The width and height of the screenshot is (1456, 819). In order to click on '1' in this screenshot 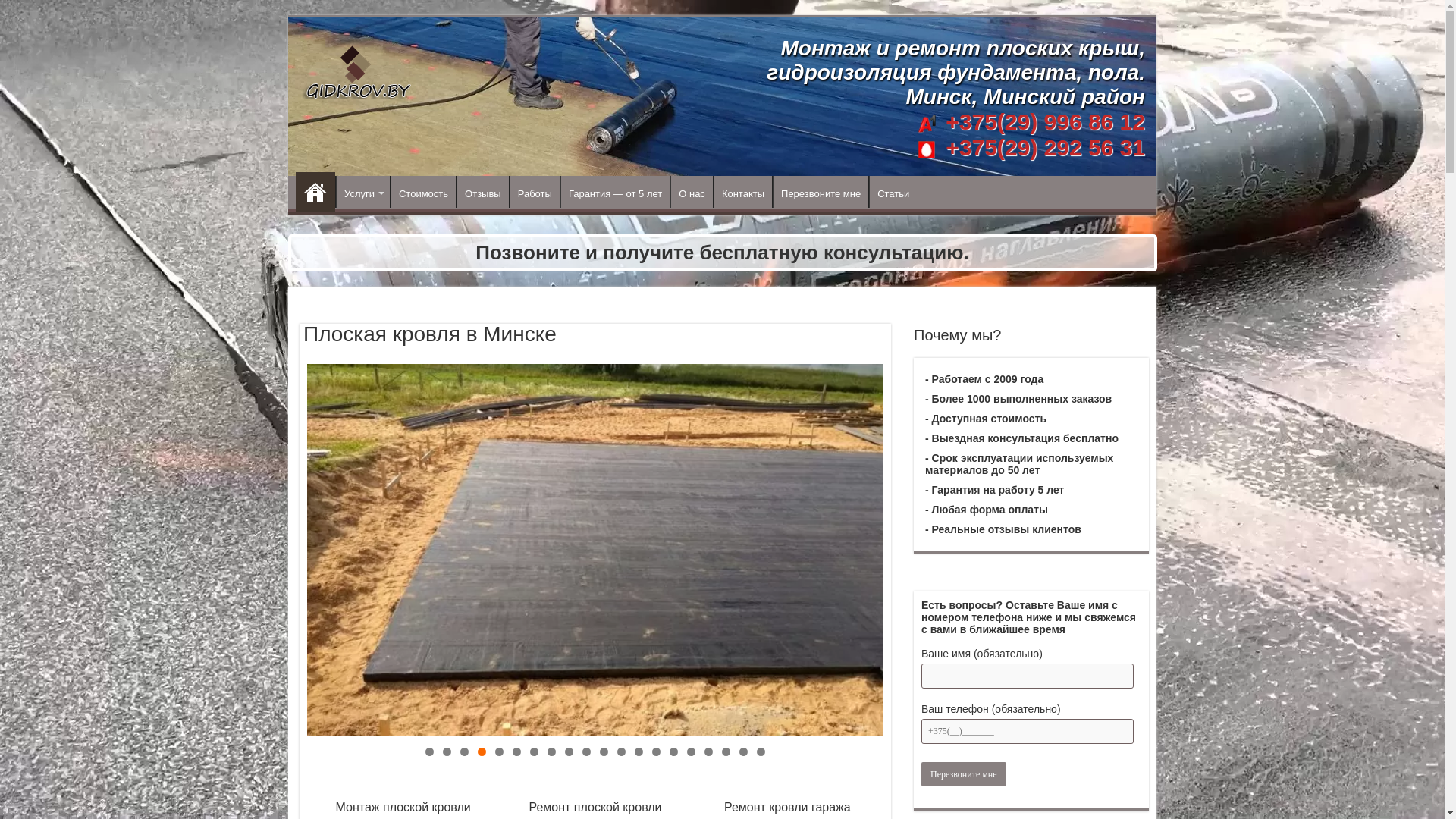, I will do `click(425, 752)`.